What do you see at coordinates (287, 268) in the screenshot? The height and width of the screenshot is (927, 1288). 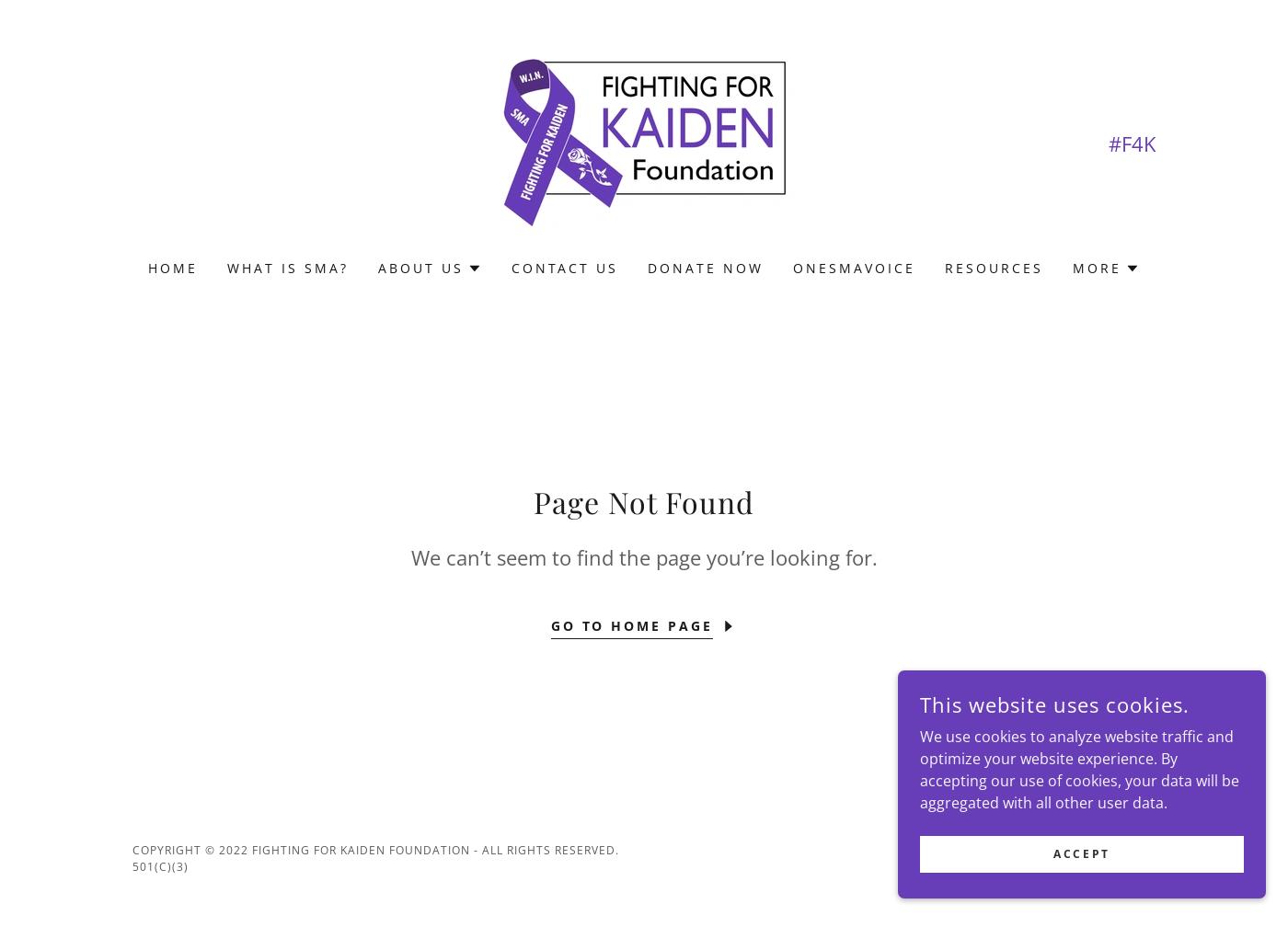 I see `'What is SMA?'` at bounding box center [287, 268].